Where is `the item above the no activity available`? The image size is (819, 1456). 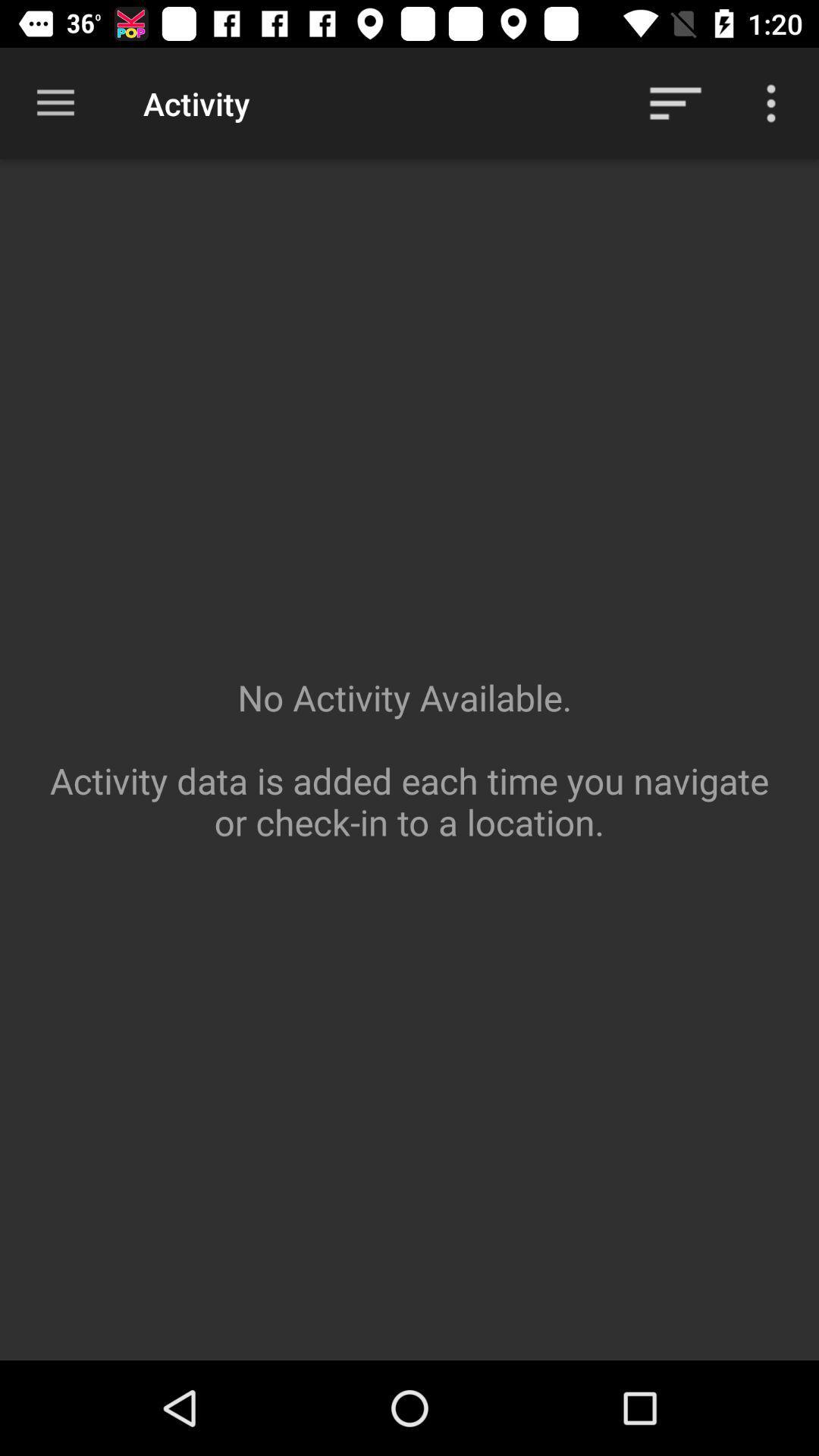 the item above the no activity available is located at coordinates (55, 102).